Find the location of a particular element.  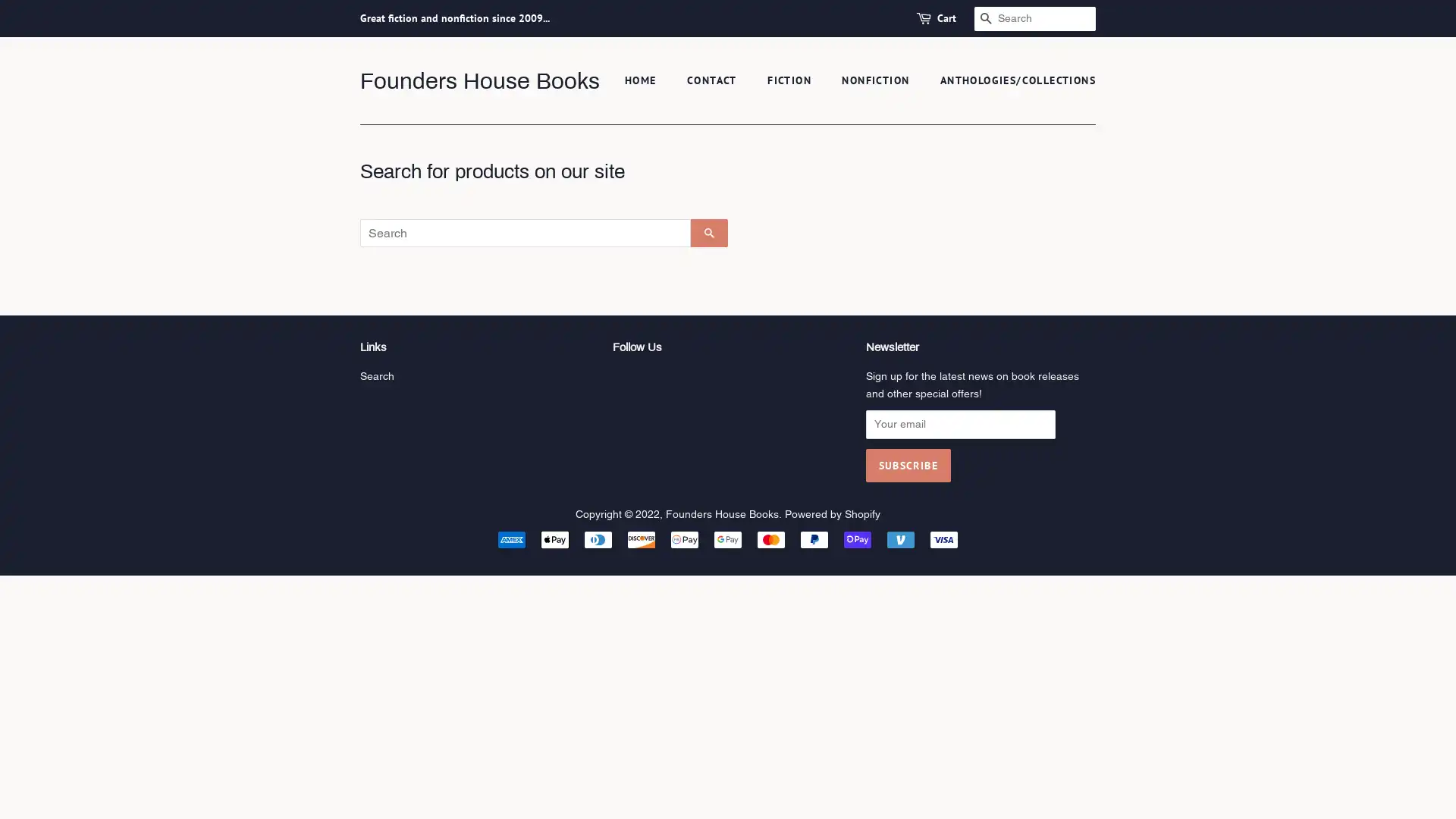

Subscribe is located at coordinates (907, 464).